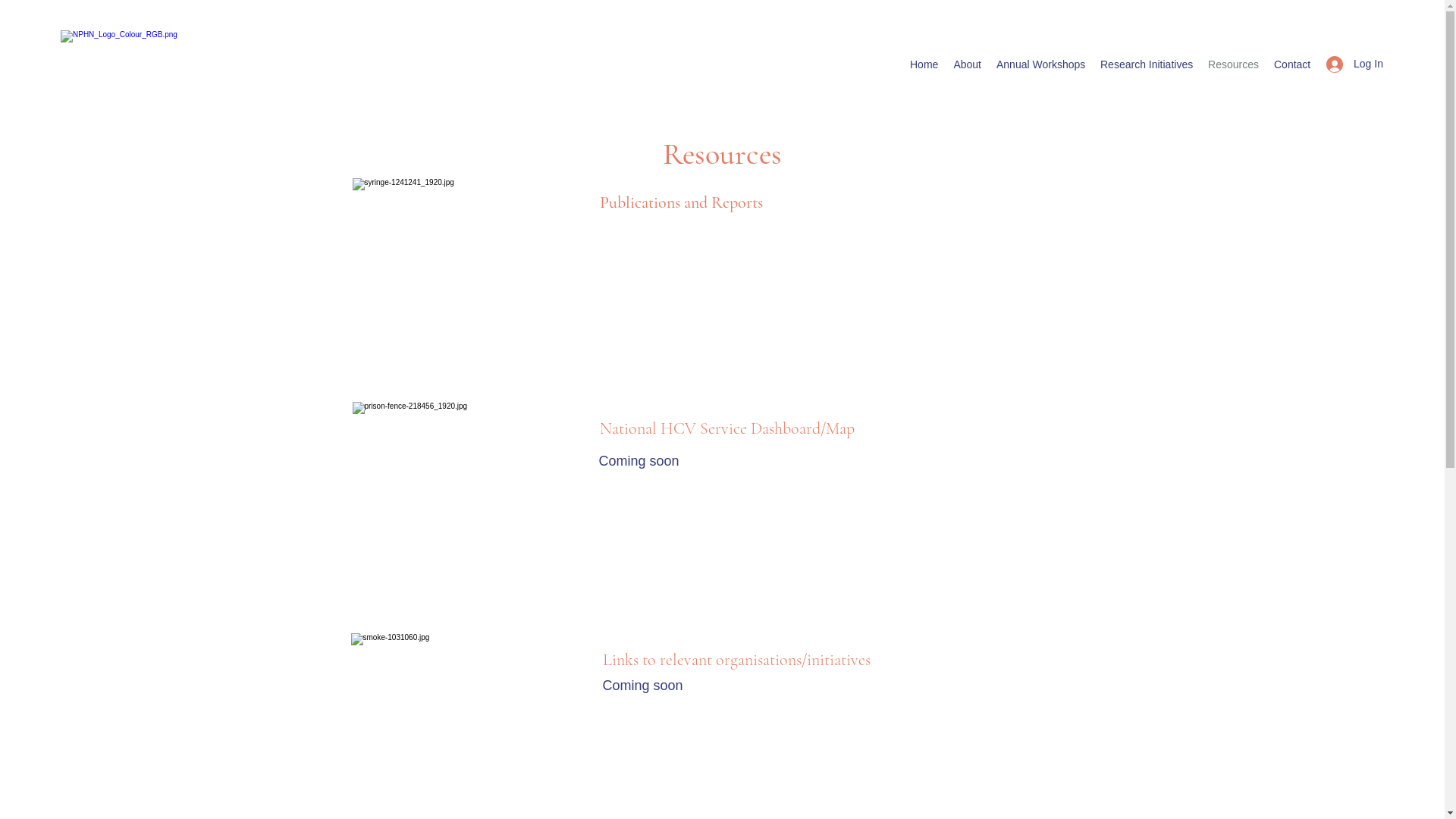 The width and height of the screenshot is (1456, 819). Describe the element at coordinates (1314, 63) in the screenshot. I see `'Log In'` at that location.